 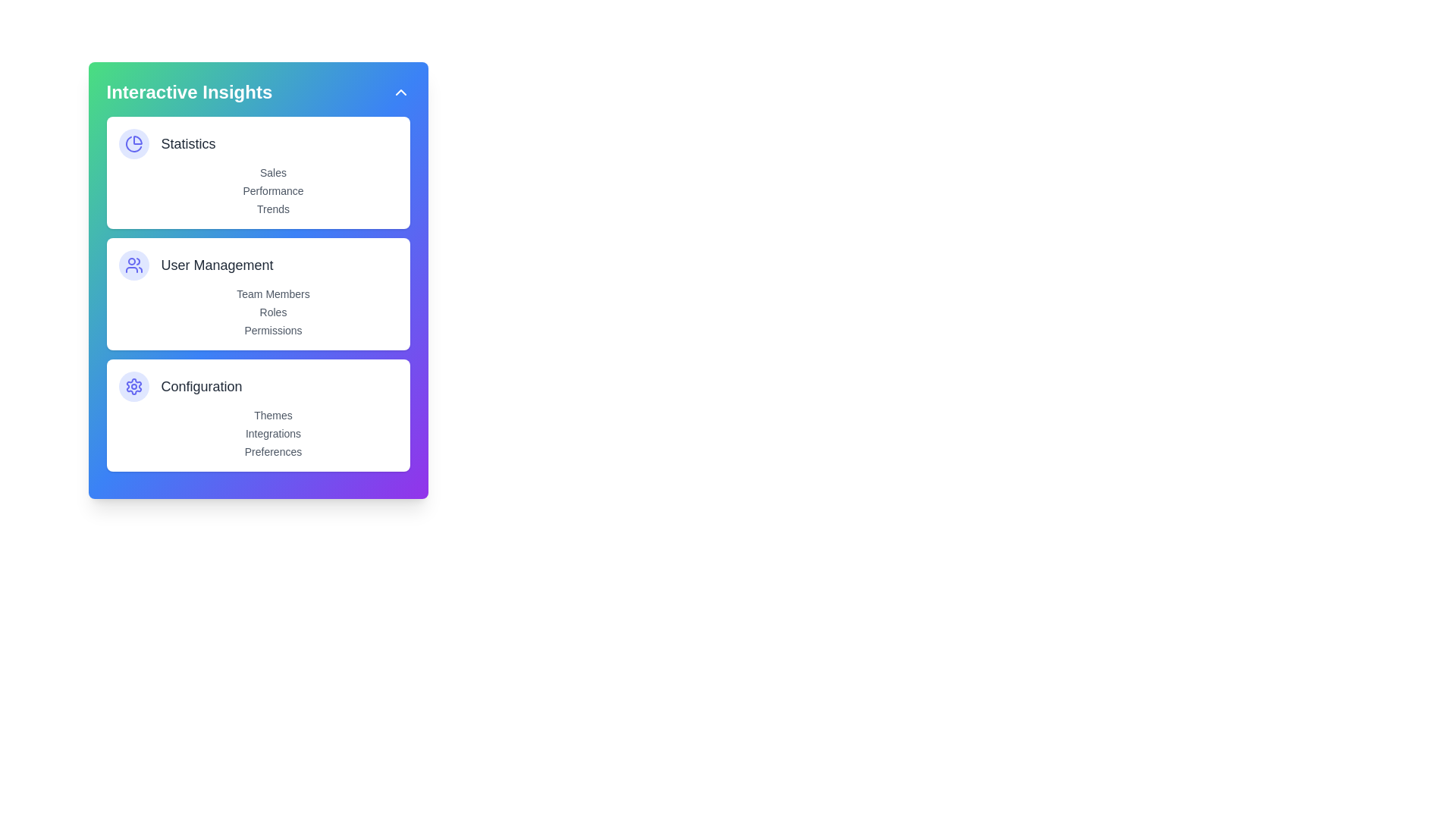 I want to click on the Configuration section from the menu, so click(x=258, y=385).